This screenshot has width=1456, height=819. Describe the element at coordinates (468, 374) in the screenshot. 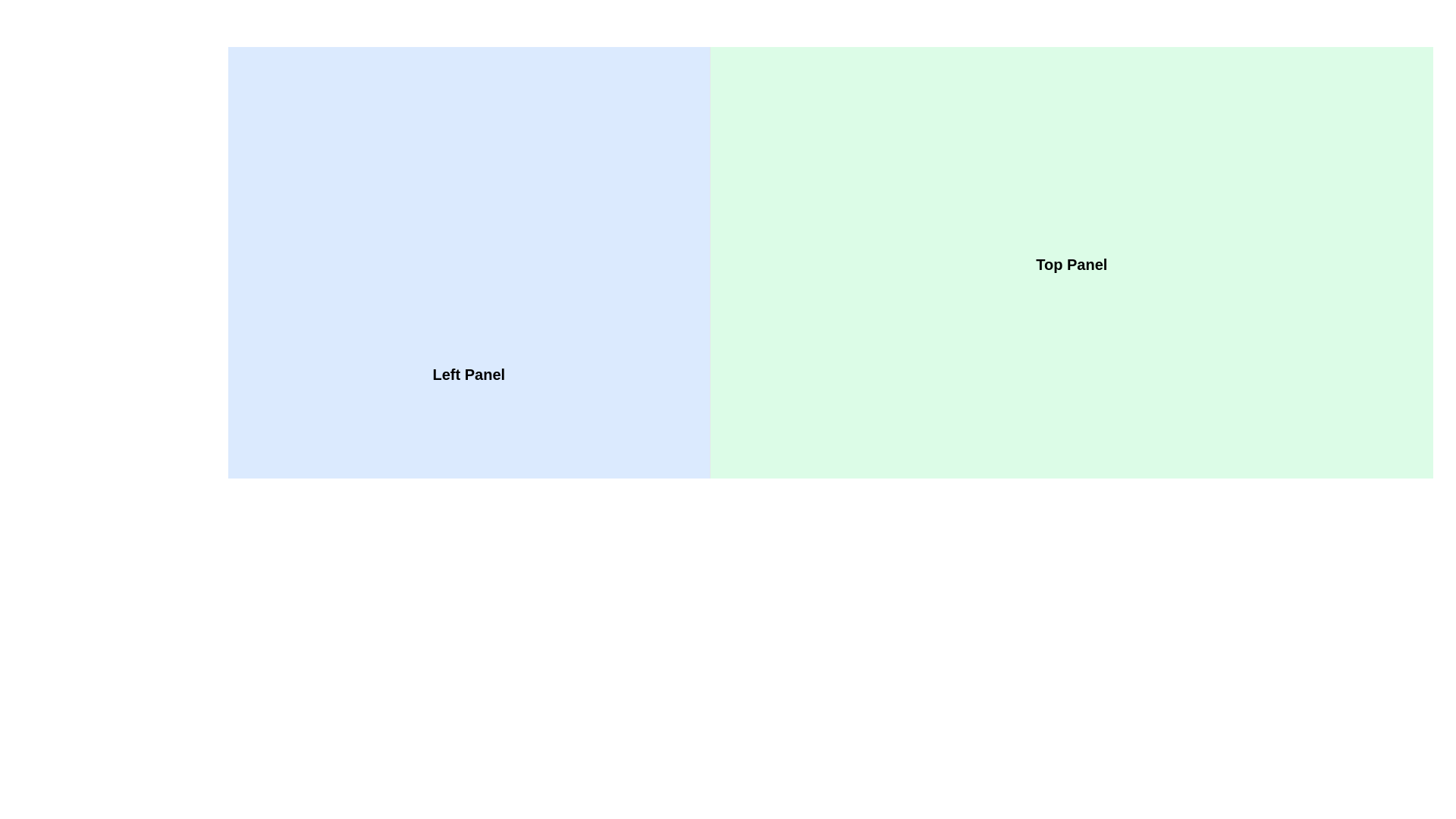

I see `the static text label indicating 'Left Panel', which is centrally aligned within the light blue left section of the interface` at that location.